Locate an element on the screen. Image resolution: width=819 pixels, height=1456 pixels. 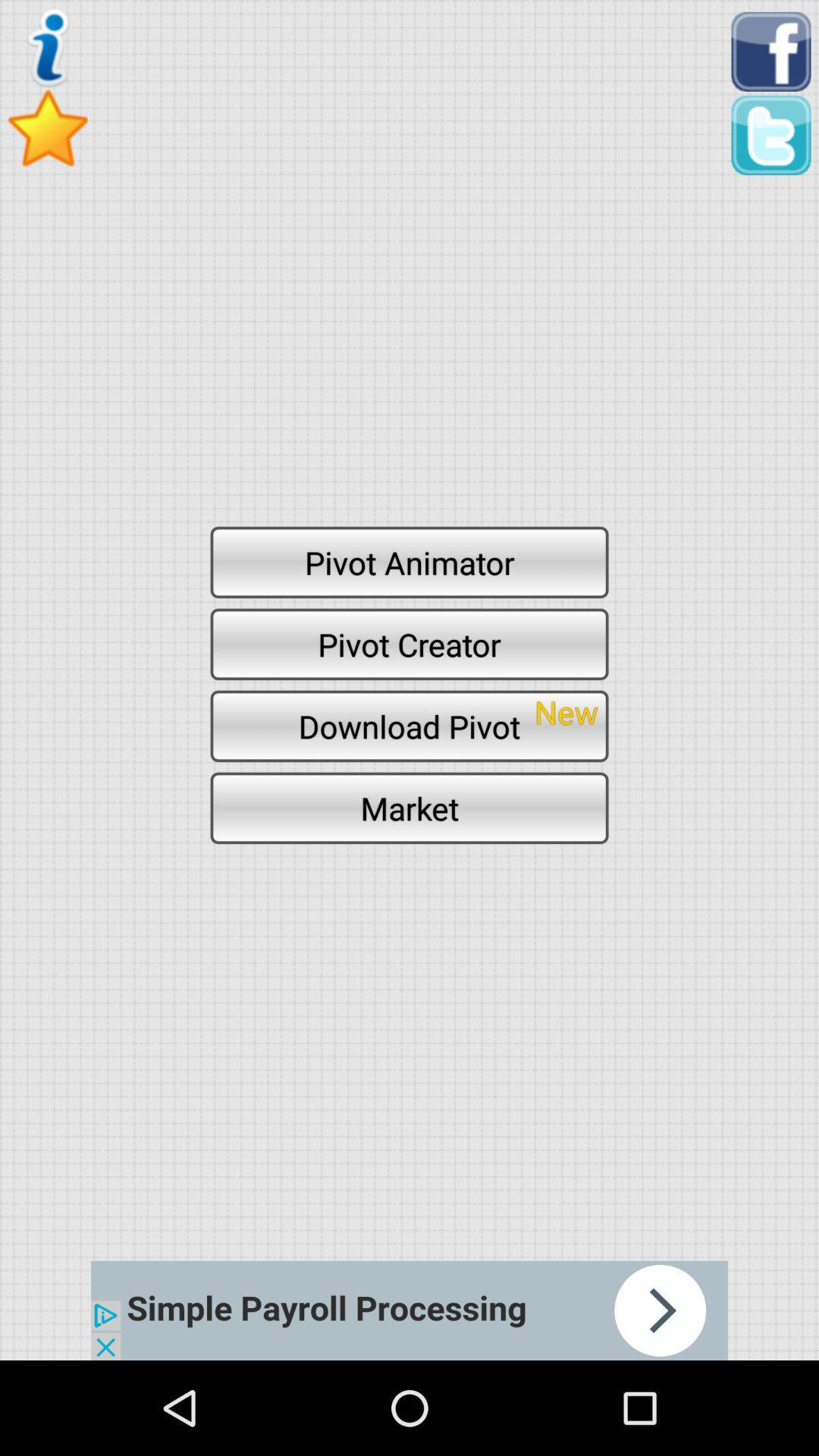
icon above pivot creator is located at coordinates (409, 561).